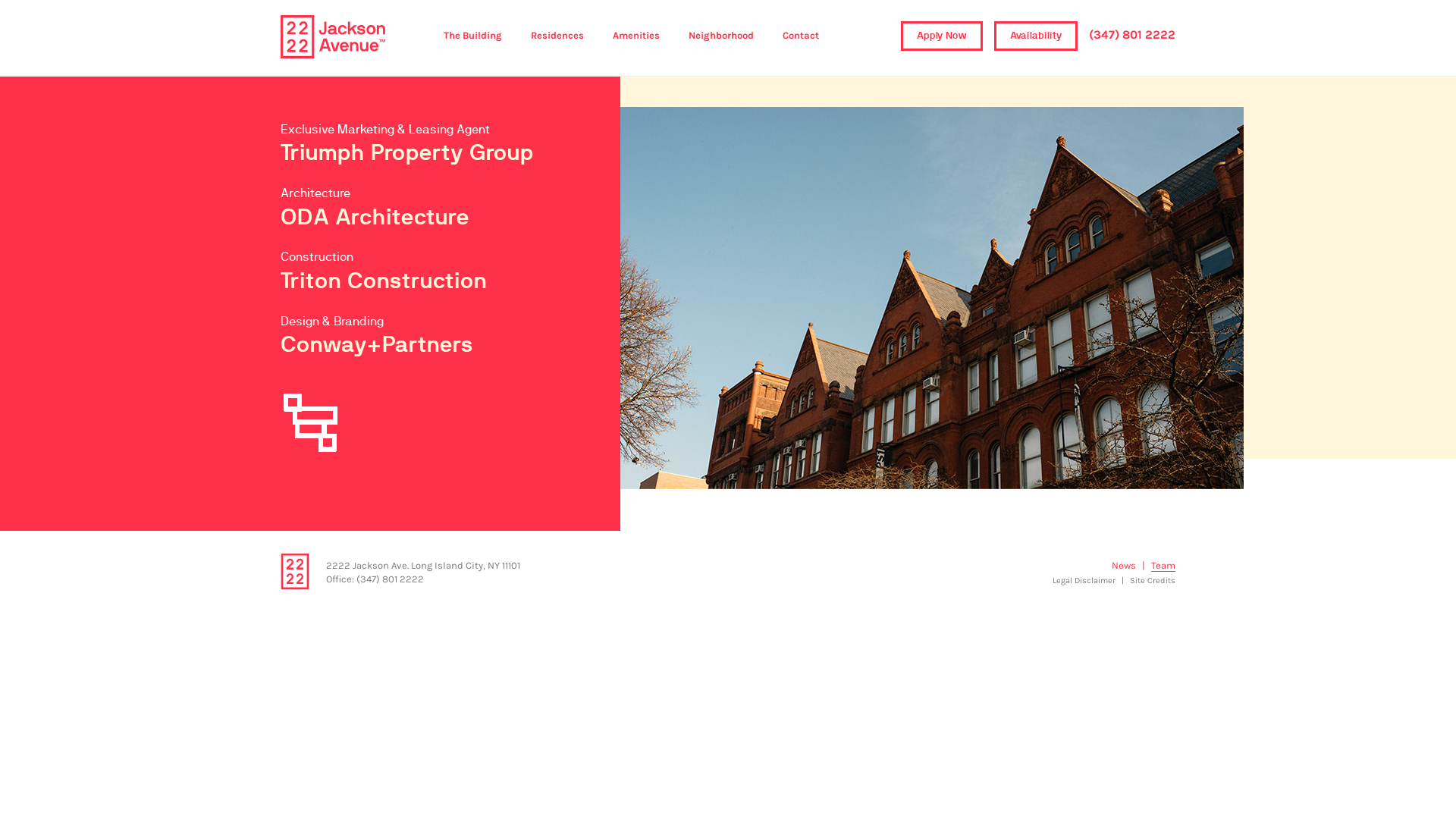  What do you see at coordinates (941, 35) in the screenshot?
I see `'Apply Now'` at bounding box center [941, 35].